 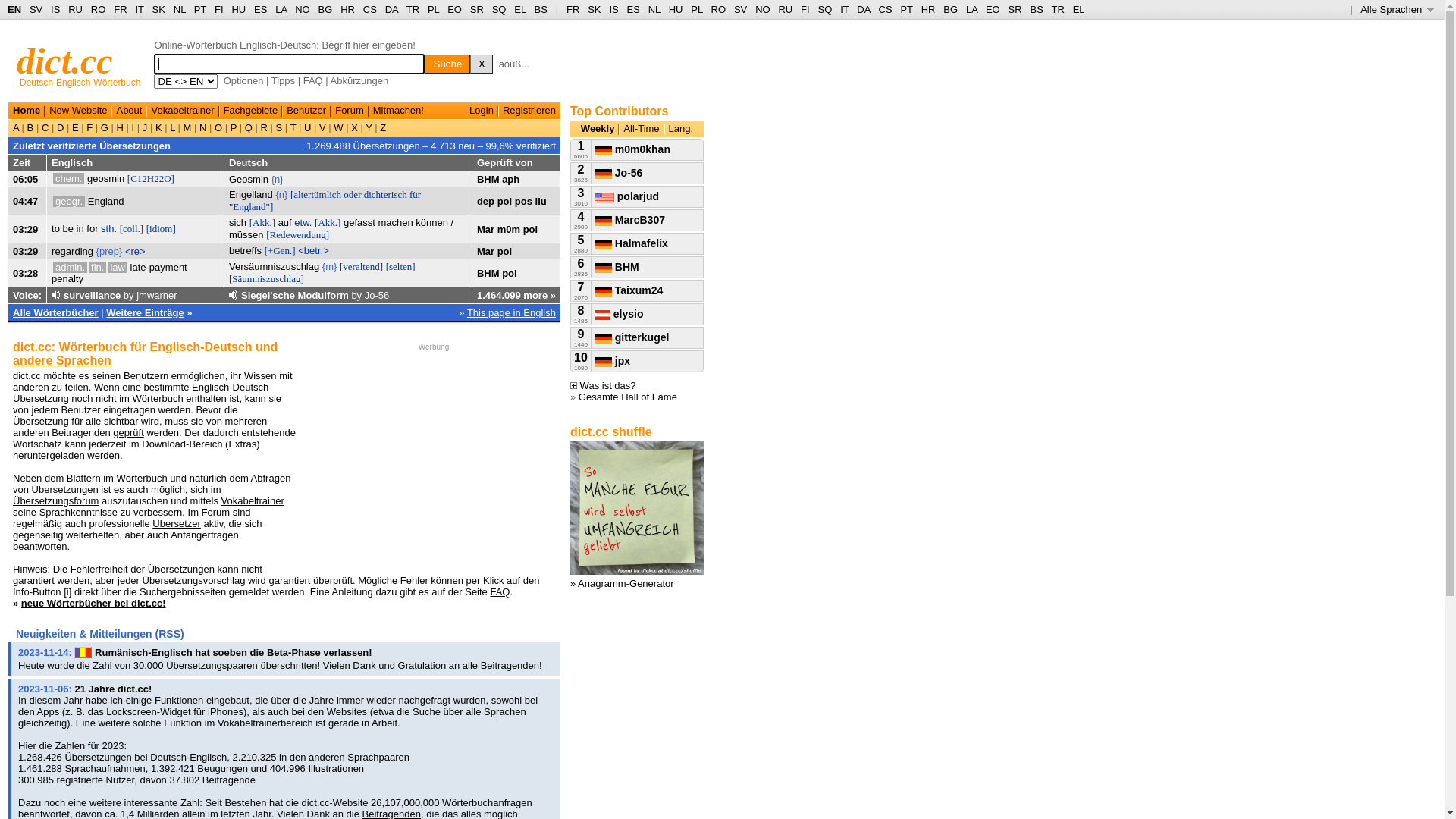 I want to click on 'Vokabeltrainer', so click(x=253, y=500).